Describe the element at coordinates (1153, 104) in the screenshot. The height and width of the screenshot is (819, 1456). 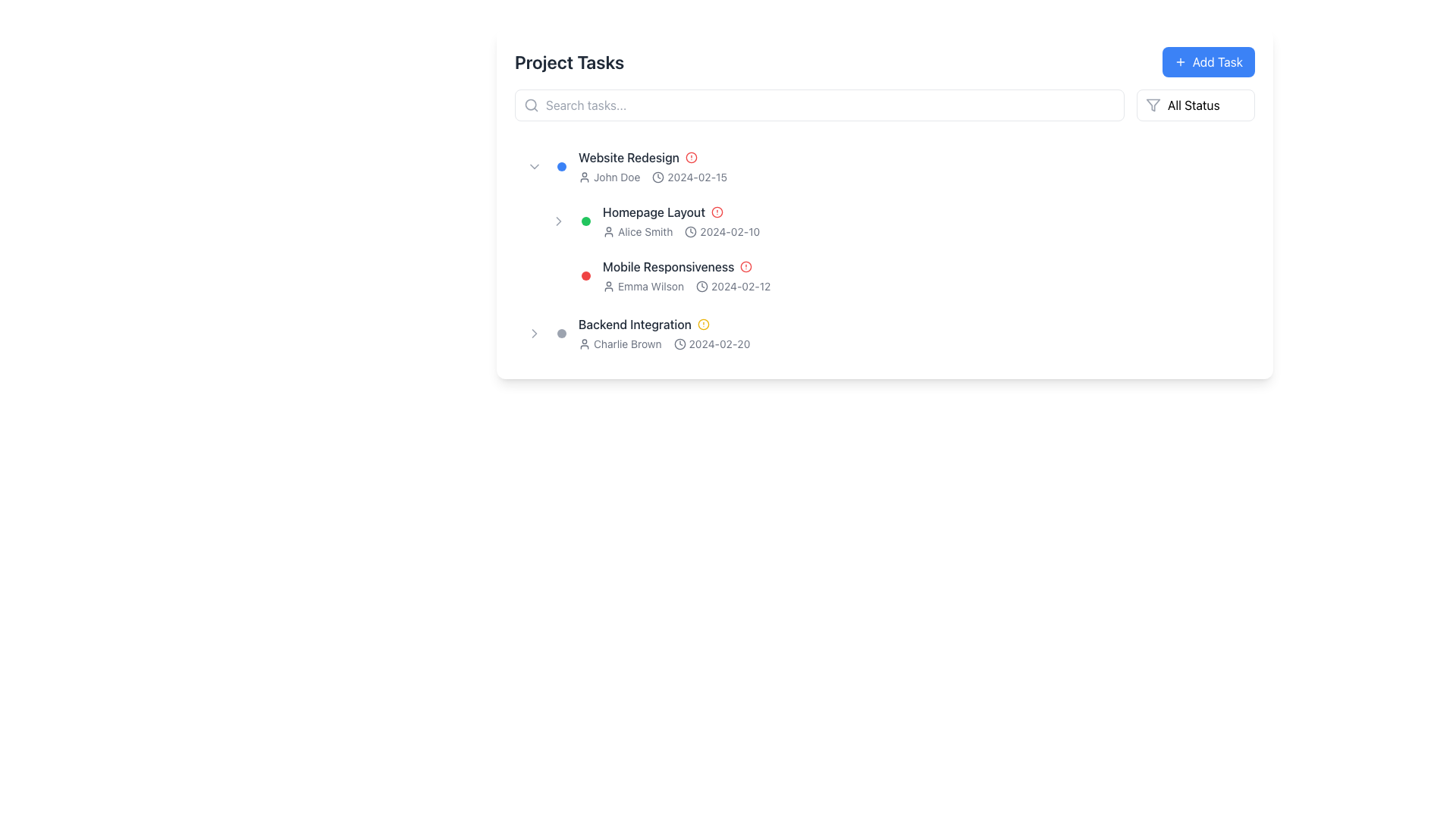
I see `the filtering icon located at the leftmost portion of the 'All Status' dropdown section, which serves as a visual cue for filtering tasks or statuses` at that location.